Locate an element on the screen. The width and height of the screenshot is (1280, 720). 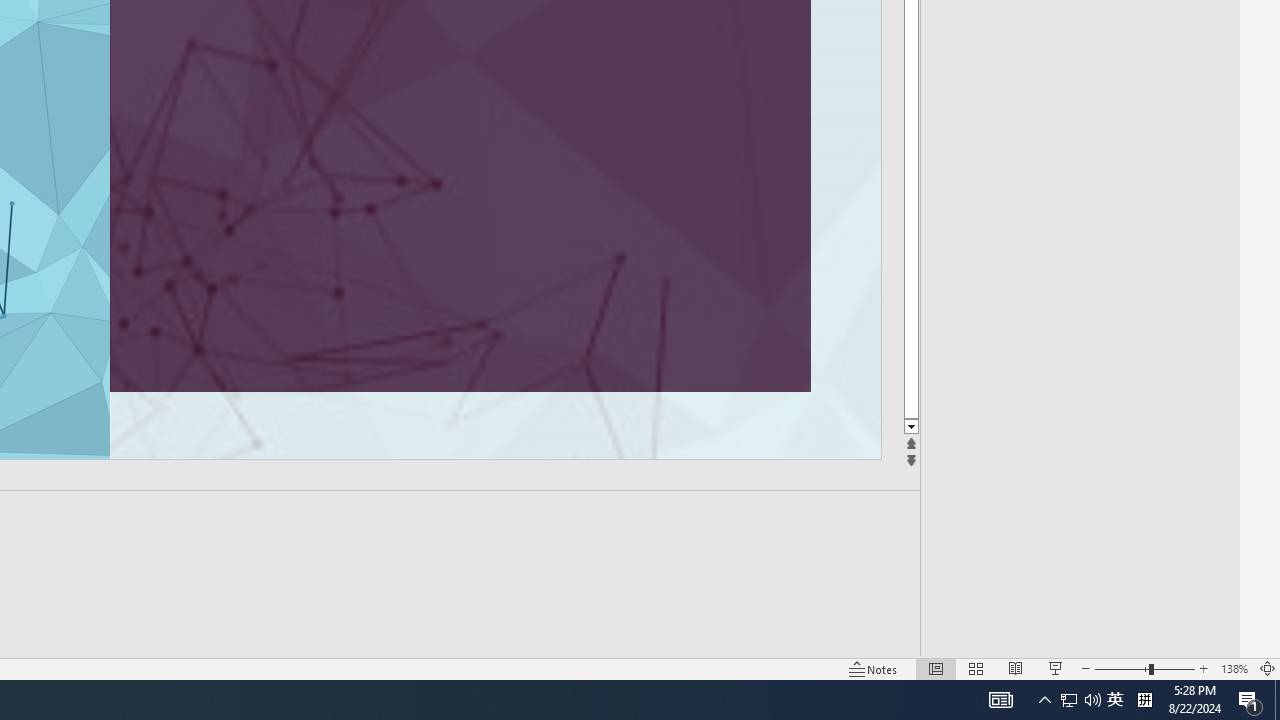
'Normal' is located at coordinates (935, 669).